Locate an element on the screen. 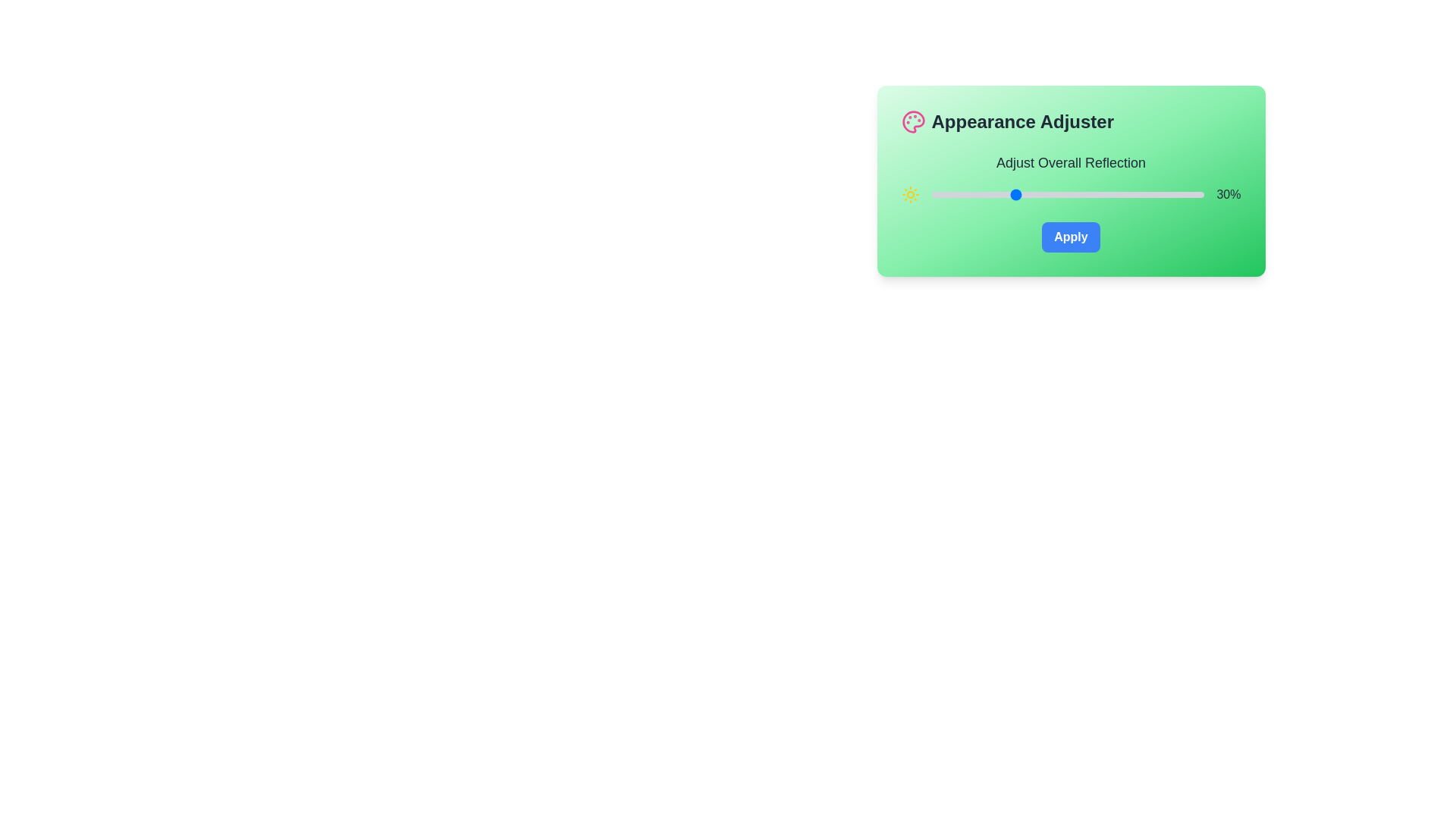 This screenshot has height=819, width=1456. the slider to set the reflection value to 53 is located at coordinates (1075, 194).